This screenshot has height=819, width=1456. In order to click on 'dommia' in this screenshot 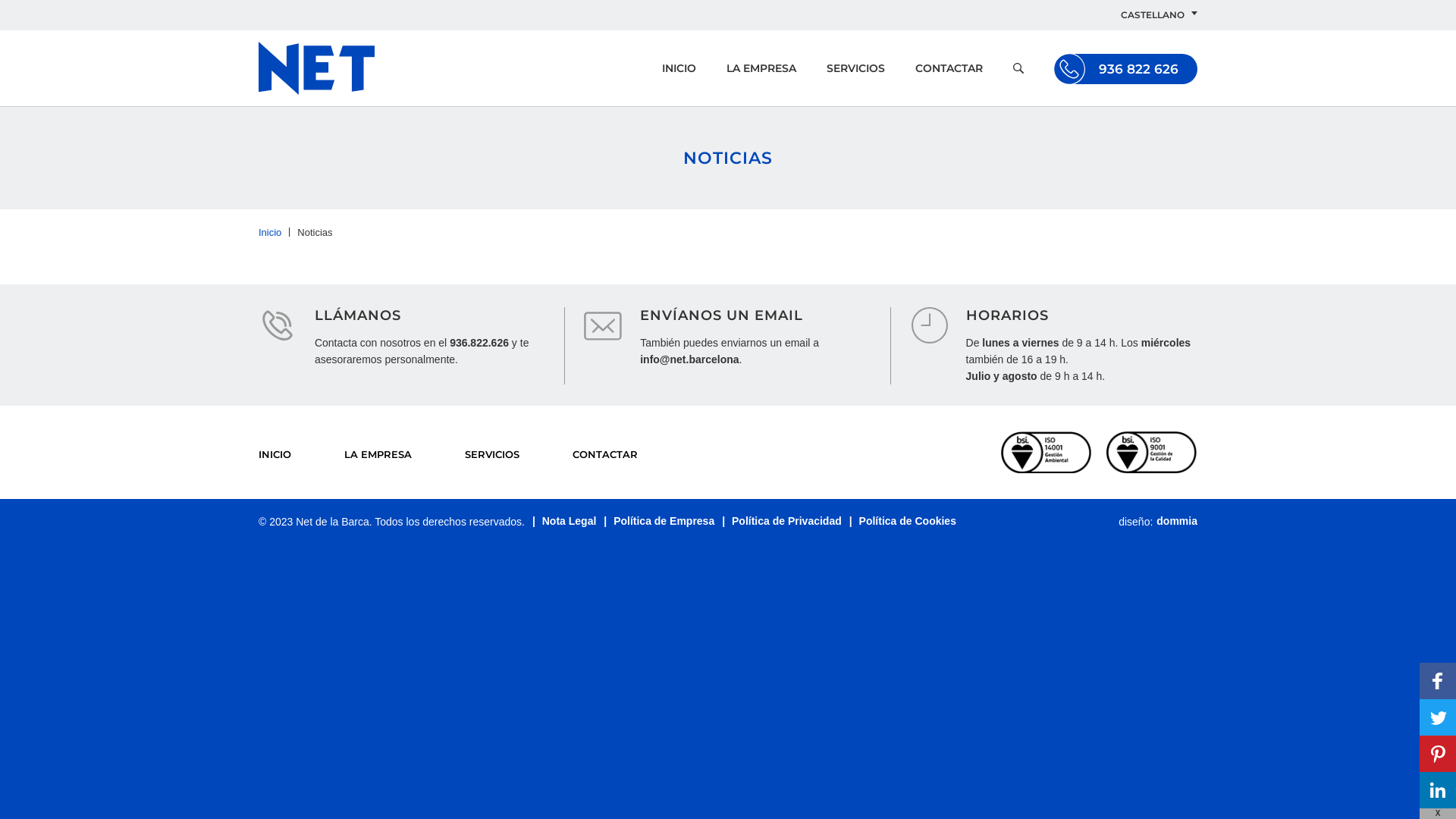, I will do `click(1175, 520)`.